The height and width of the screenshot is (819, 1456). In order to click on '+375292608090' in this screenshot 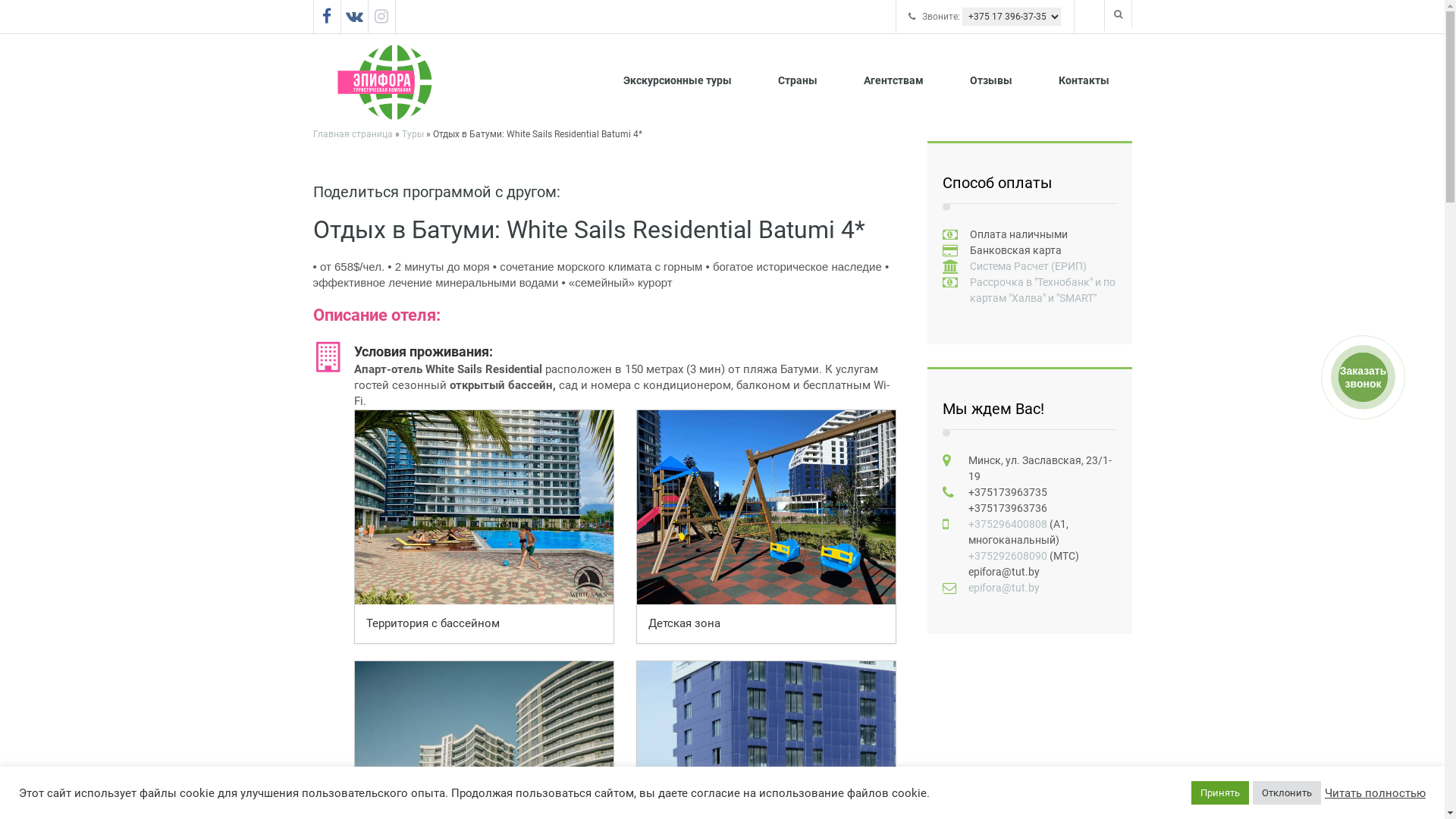, I will do `click(1007, 555)`.